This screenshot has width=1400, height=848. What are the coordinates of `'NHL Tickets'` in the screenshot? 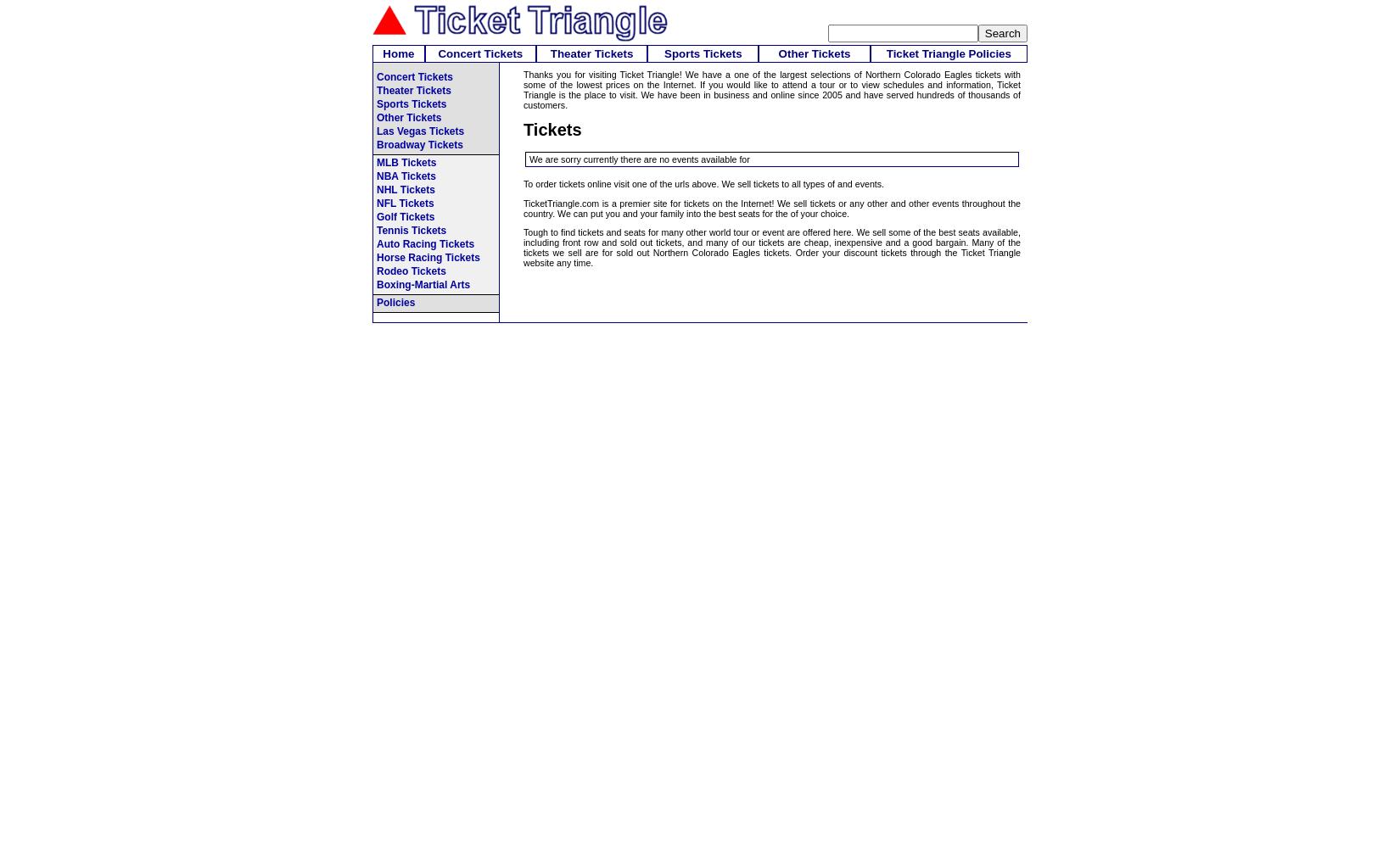 It's located at (405, 189).